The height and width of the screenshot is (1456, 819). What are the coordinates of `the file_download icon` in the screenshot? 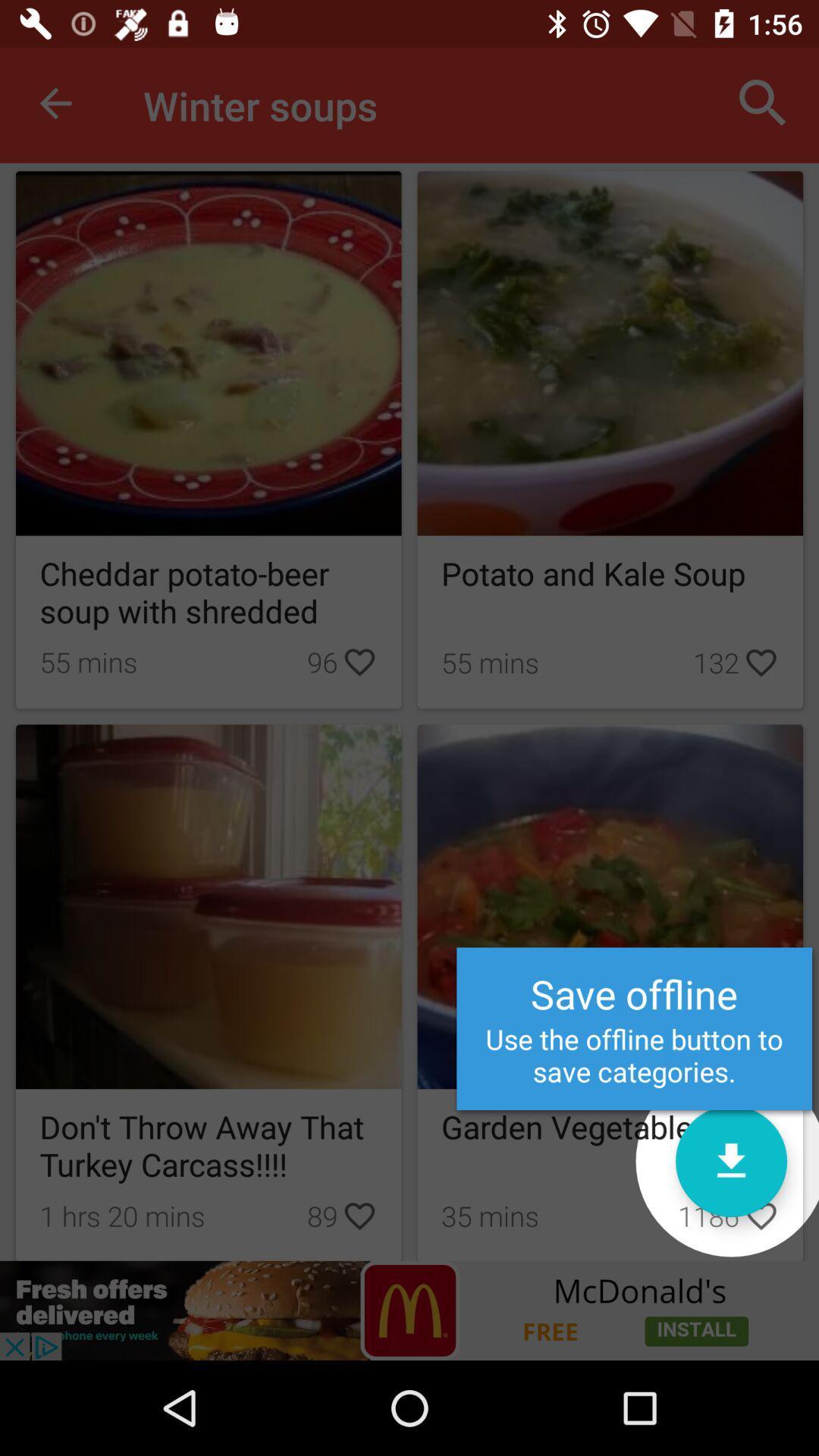 It's located at (730, 1160).